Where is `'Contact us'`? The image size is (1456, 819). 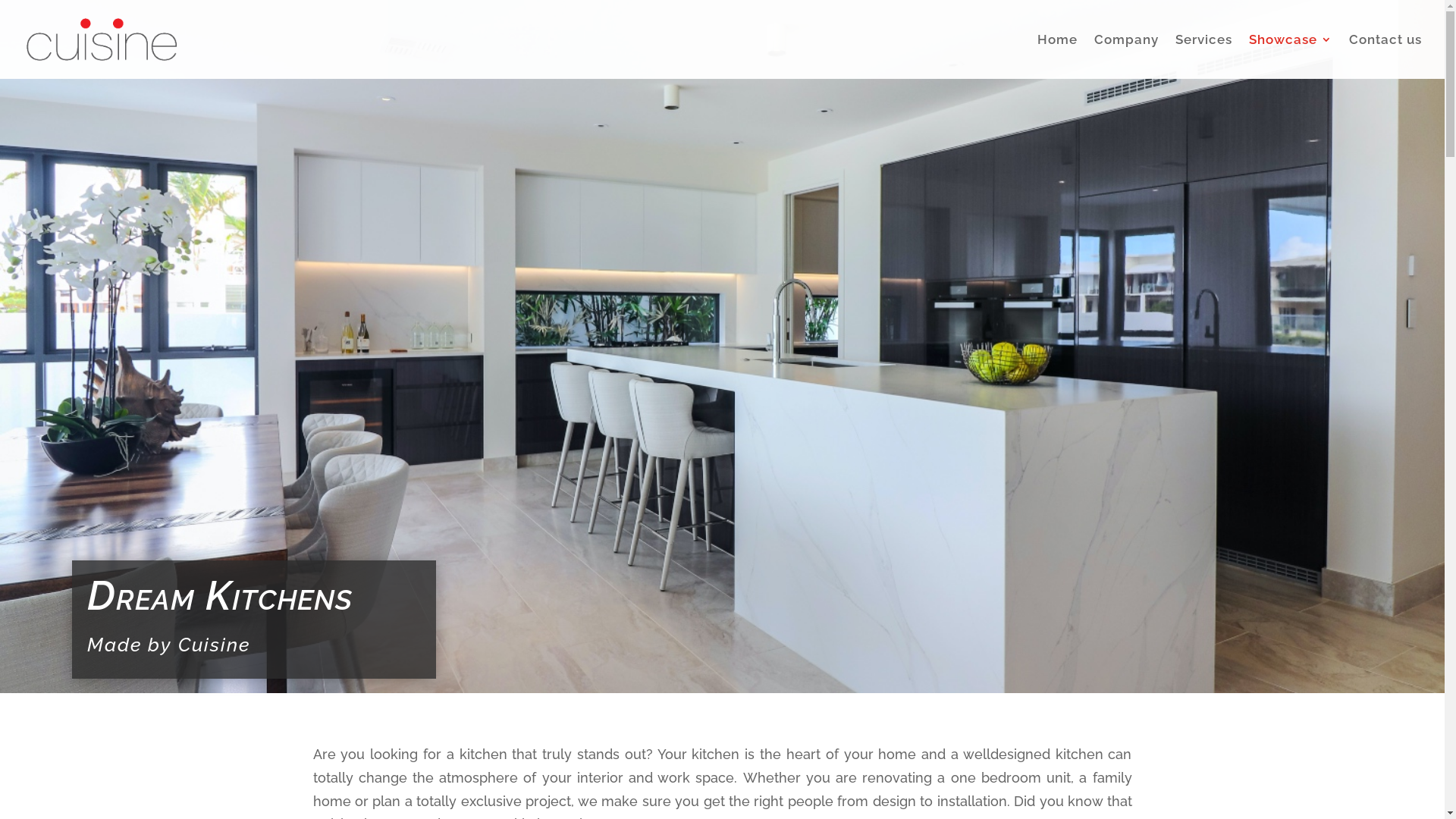
'Contact us' is located at coordinates (1385, 55).